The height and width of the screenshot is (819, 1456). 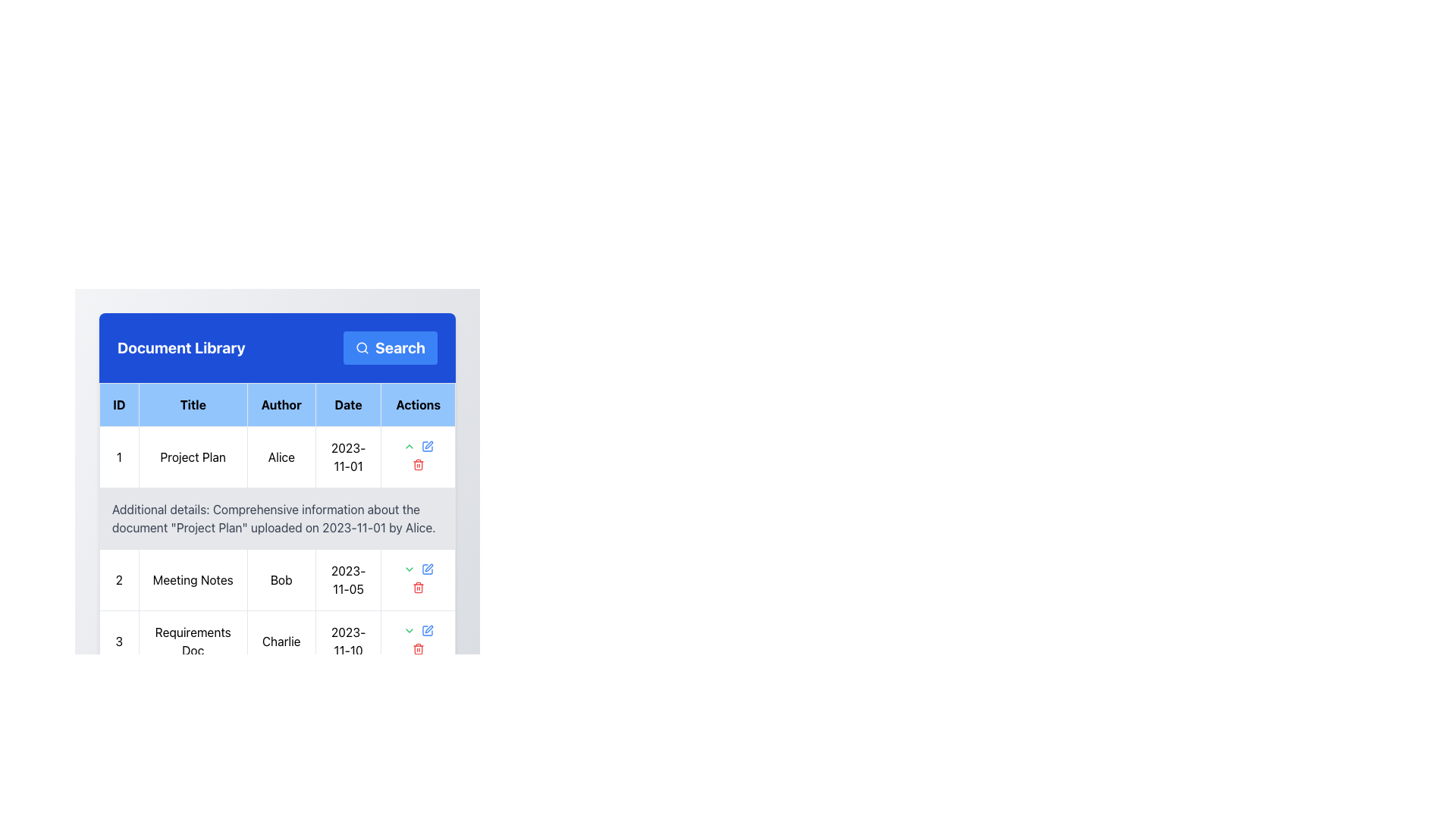 What do you see at coordinates (418, 464) in the screenshot?
I see `the delete icon located in the 'Actions' column of the first row of the data table` at bounding box center [418, 464].